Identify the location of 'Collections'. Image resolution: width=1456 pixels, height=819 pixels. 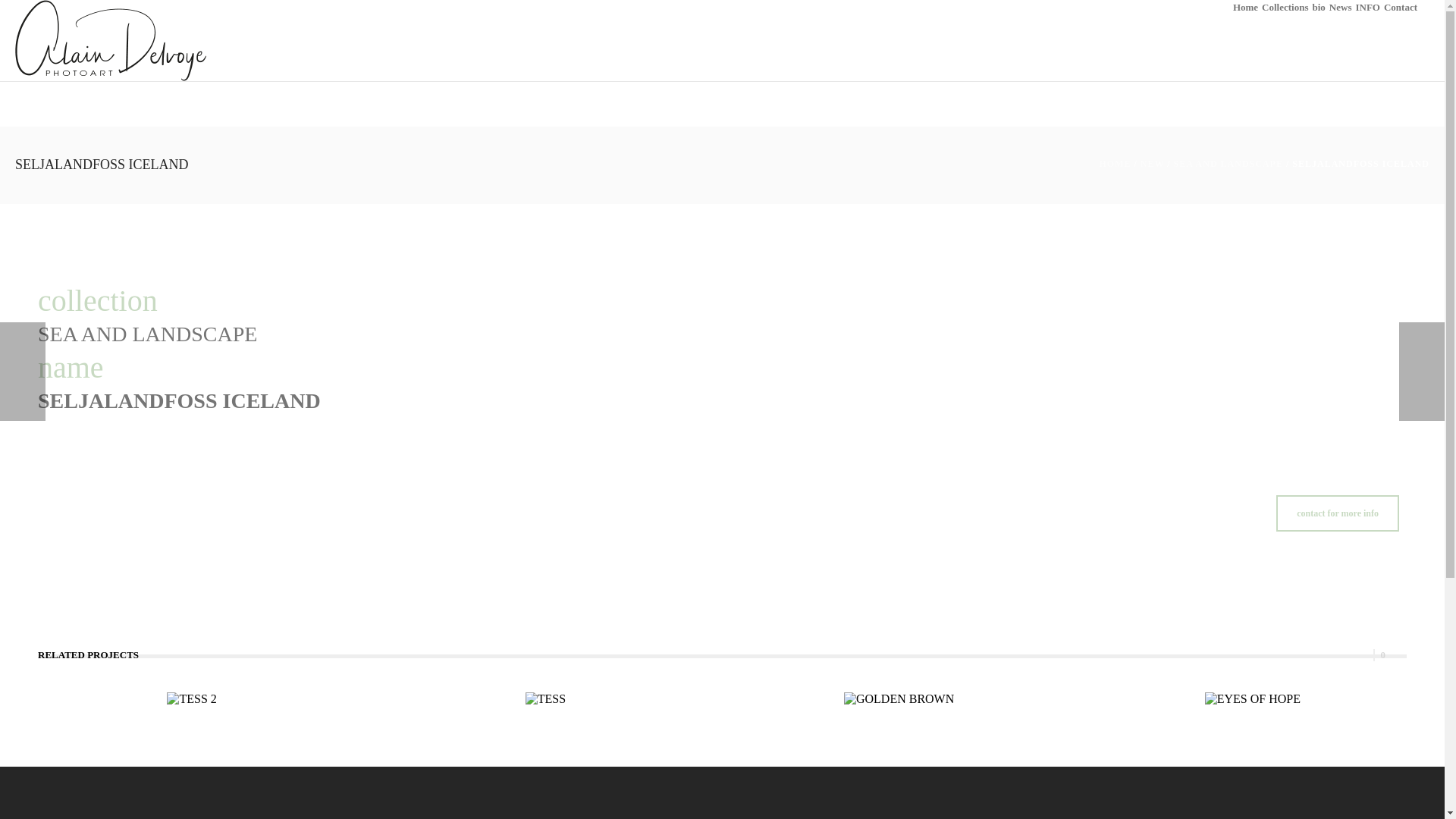
(1262, 8).